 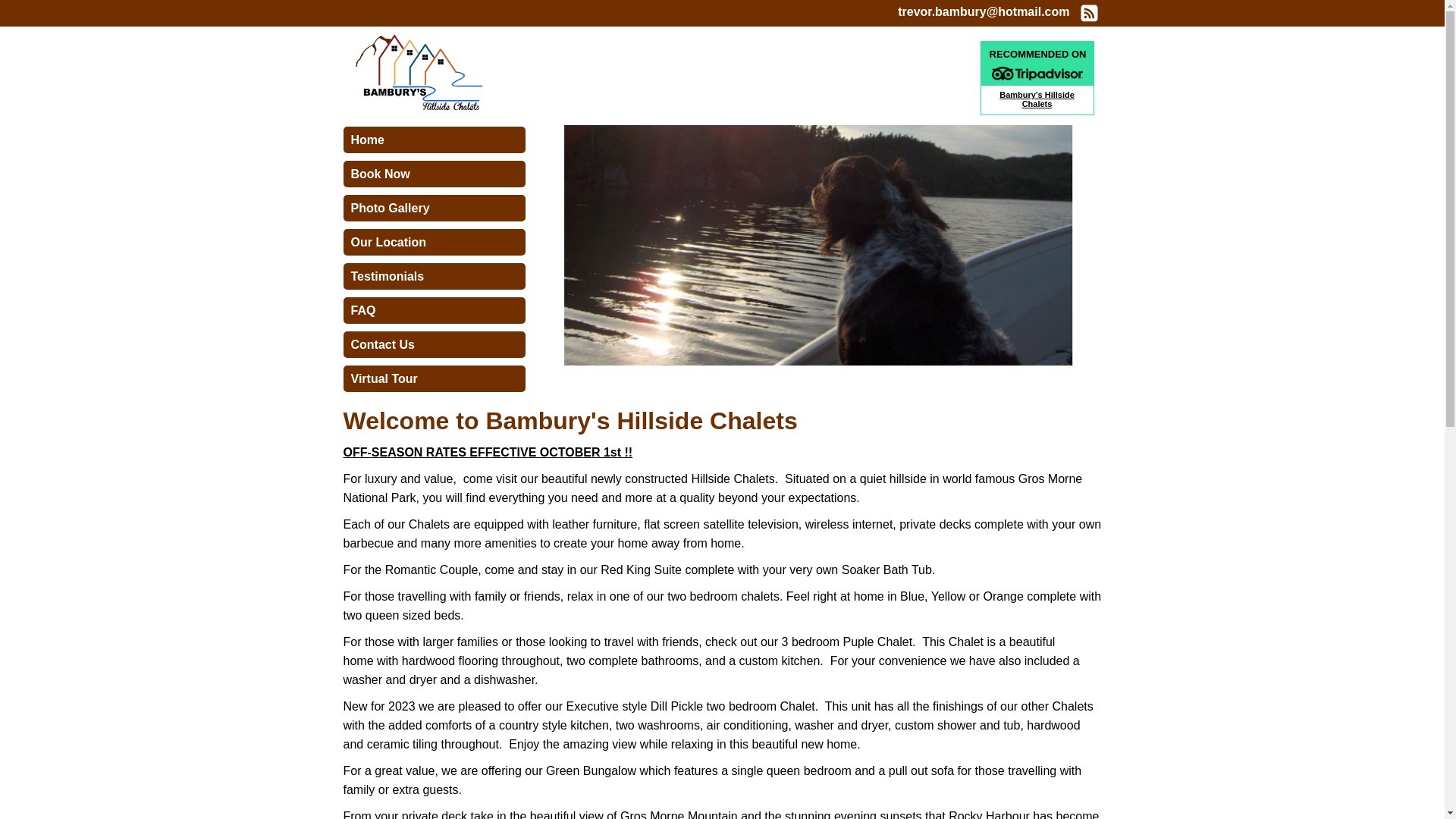 What do you see at coordinates (341, 241) in the screenshot?
I see `'Our Location'` at bounding box center [341, 241].